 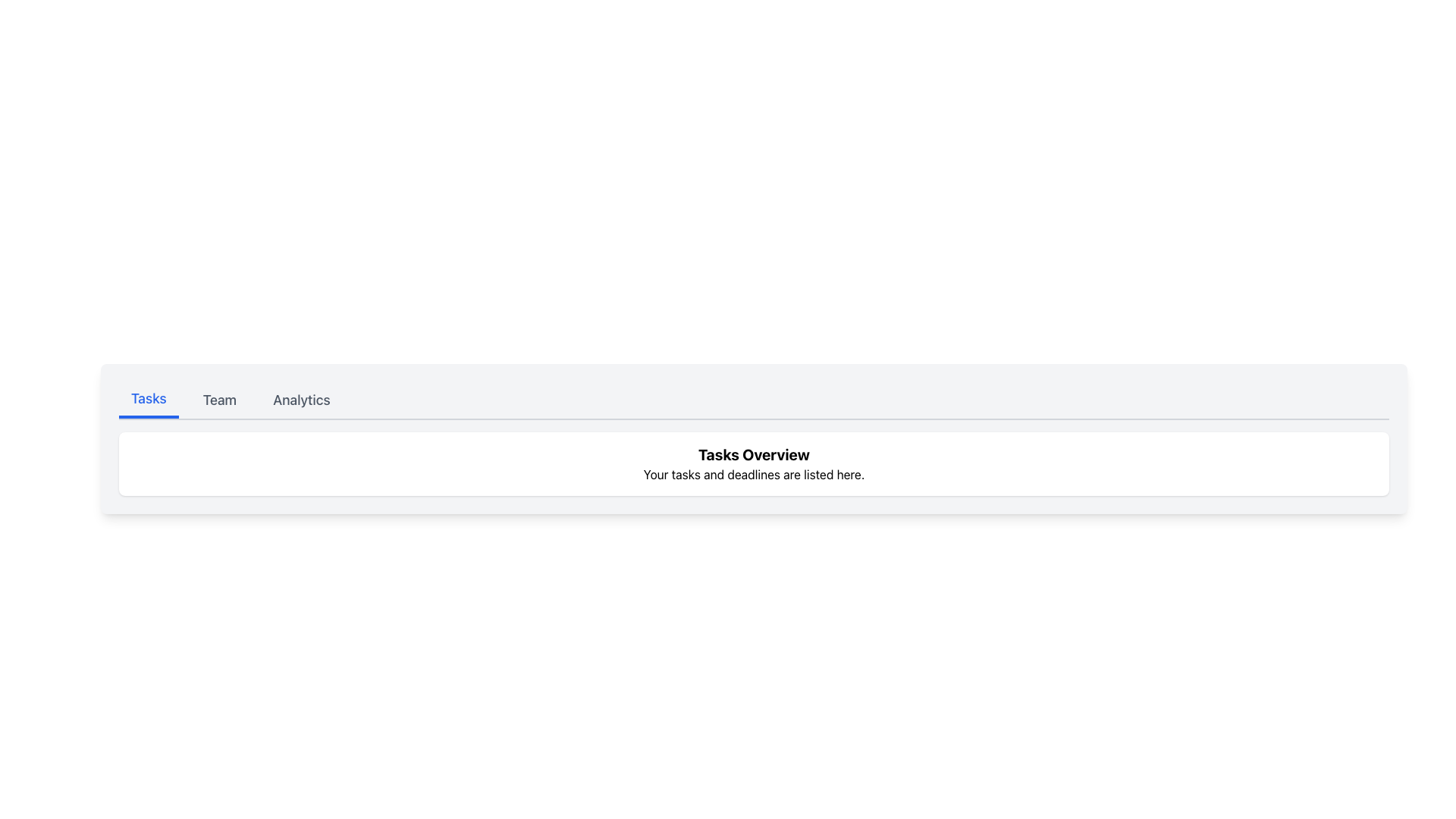 I want to click on the 'Tasks' tab, which is the first tab in a horizontal navigation bar with blue text and a blue underline, so click(x=149, y=400).